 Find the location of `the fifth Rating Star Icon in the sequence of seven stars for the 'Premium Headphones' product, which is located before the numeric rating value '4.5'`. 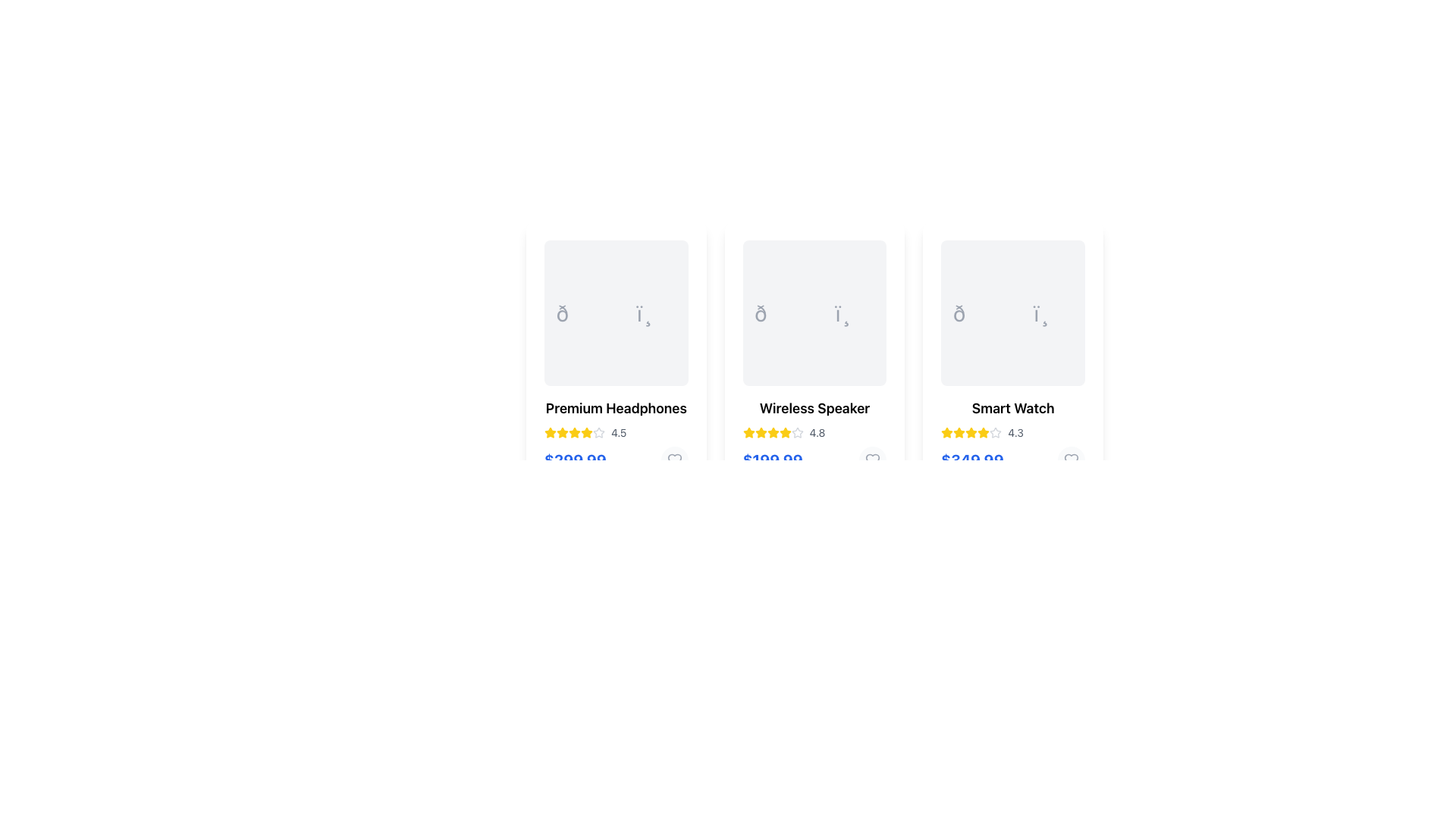

the fifth Rating Star Icon in the sequence of seven stars for the 'Premium Headphones' product, which is located before the numeric rating value '4.5' is located at coordinates (574, 432).